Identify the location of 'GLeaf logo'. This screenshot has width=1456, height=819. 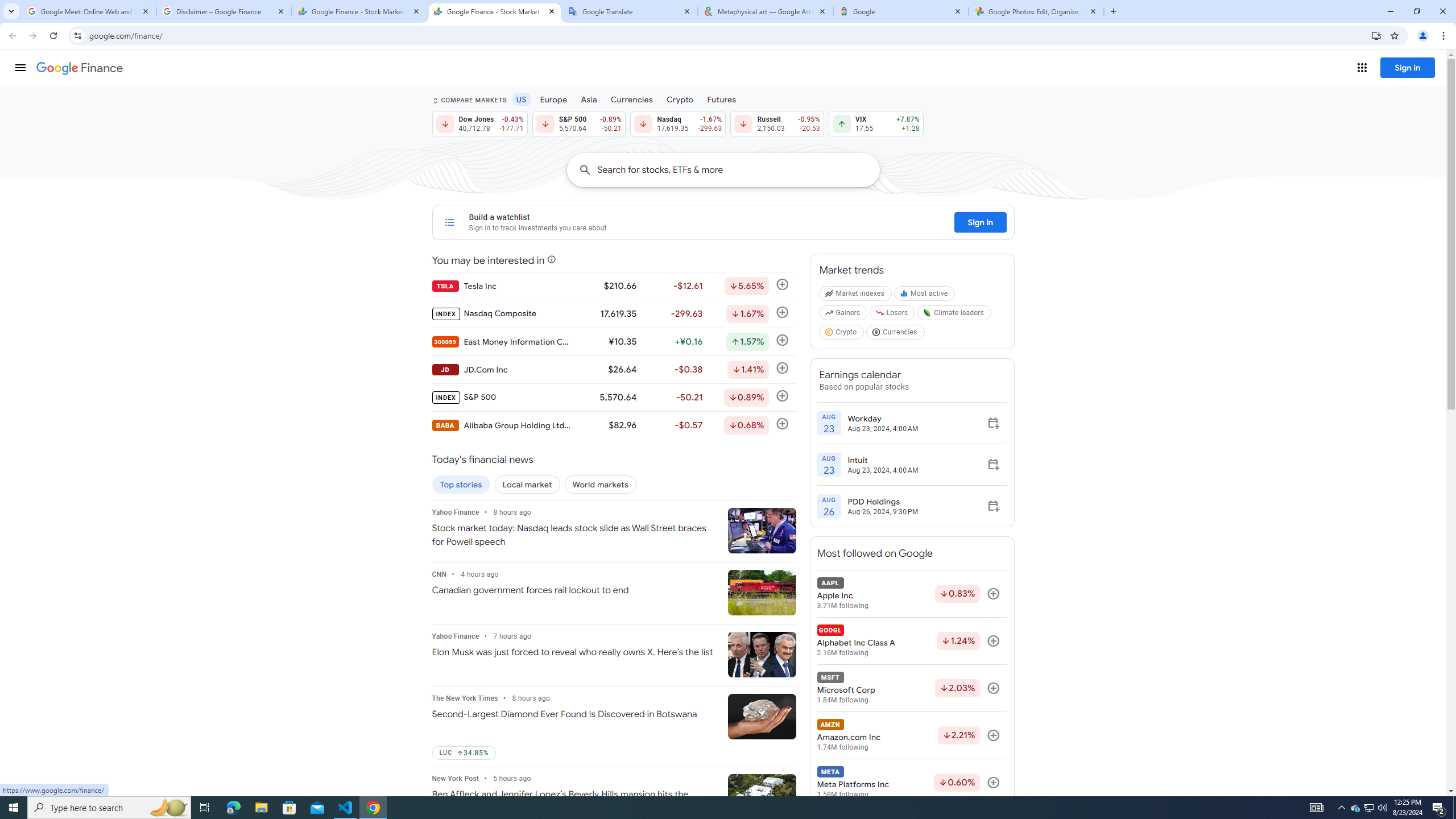
(927, 312).